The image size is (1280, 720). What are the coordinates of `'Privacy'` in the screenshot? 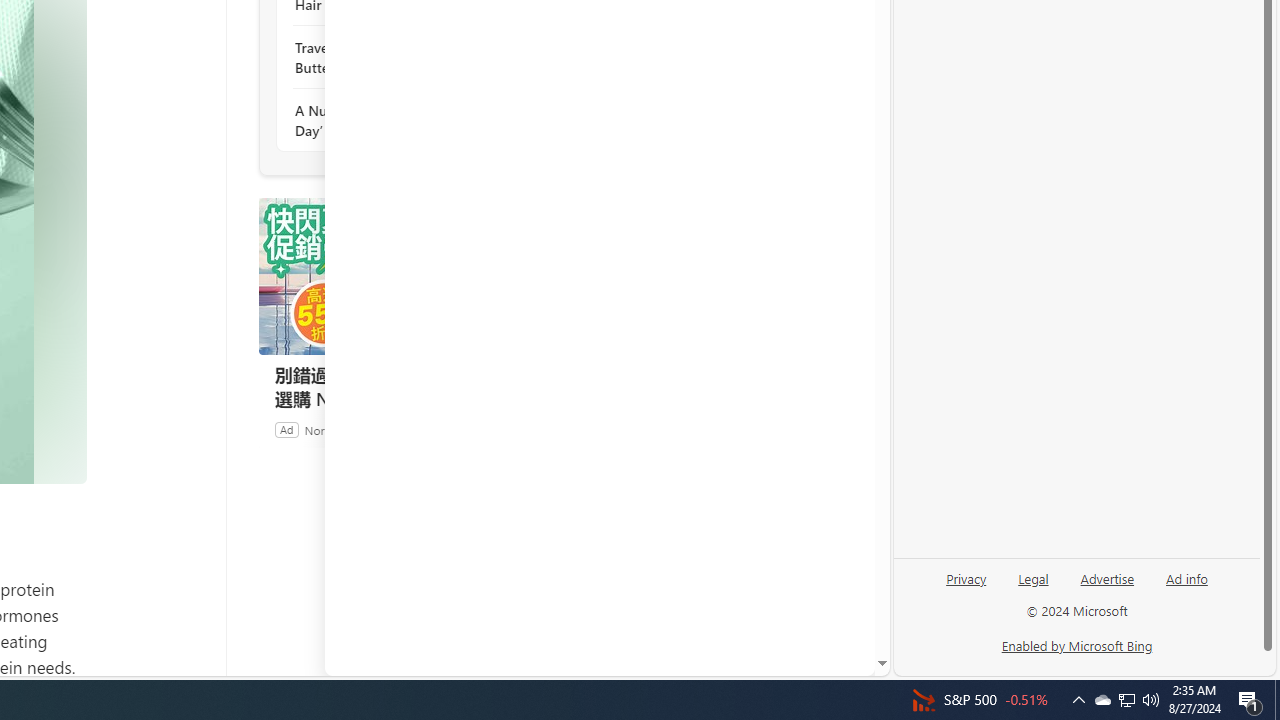 It's located at (966, 577).